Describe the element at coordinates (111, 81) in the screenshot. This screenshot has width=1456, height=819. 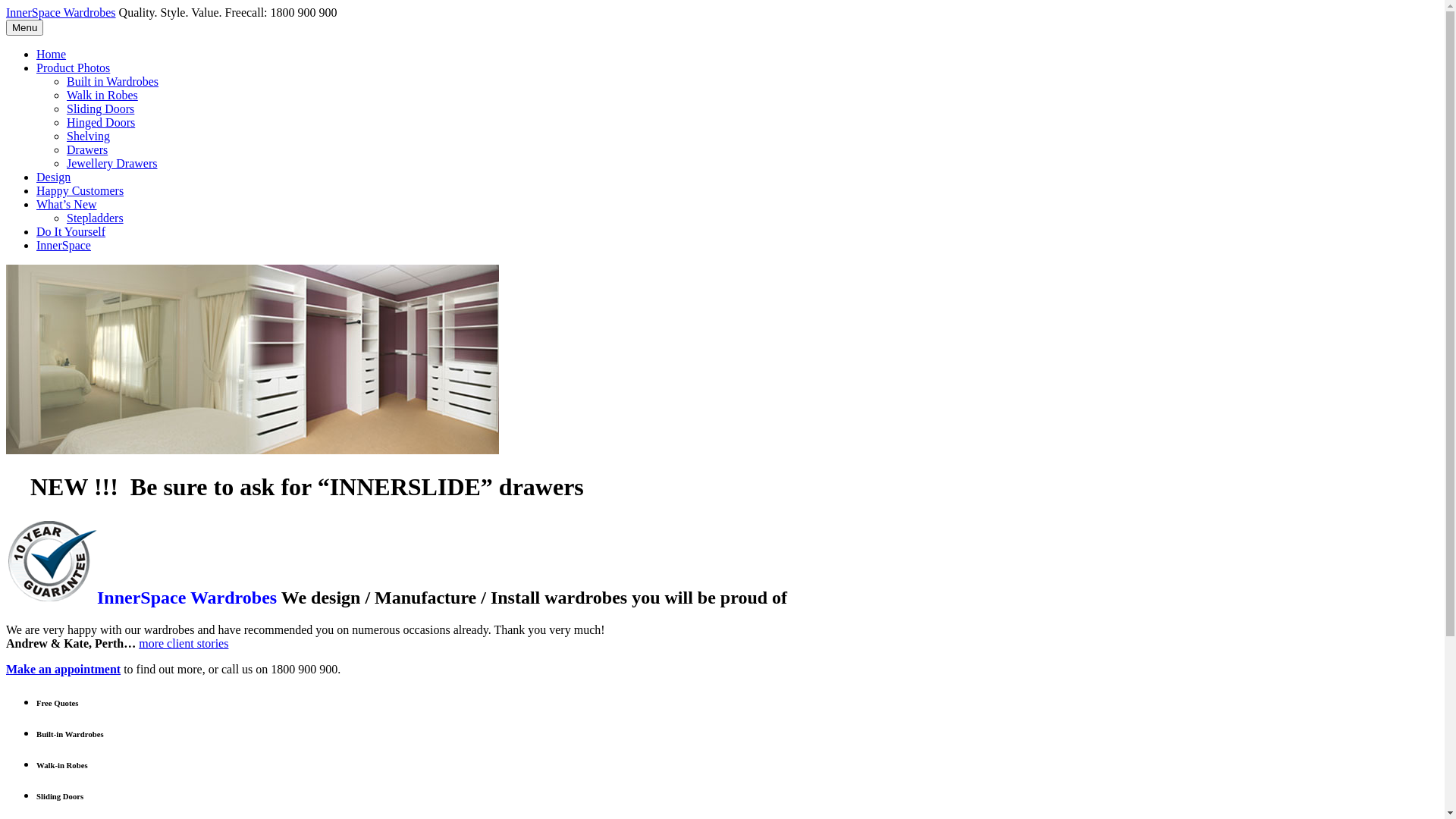
I see `'Built in Wardrobes'` at that location.